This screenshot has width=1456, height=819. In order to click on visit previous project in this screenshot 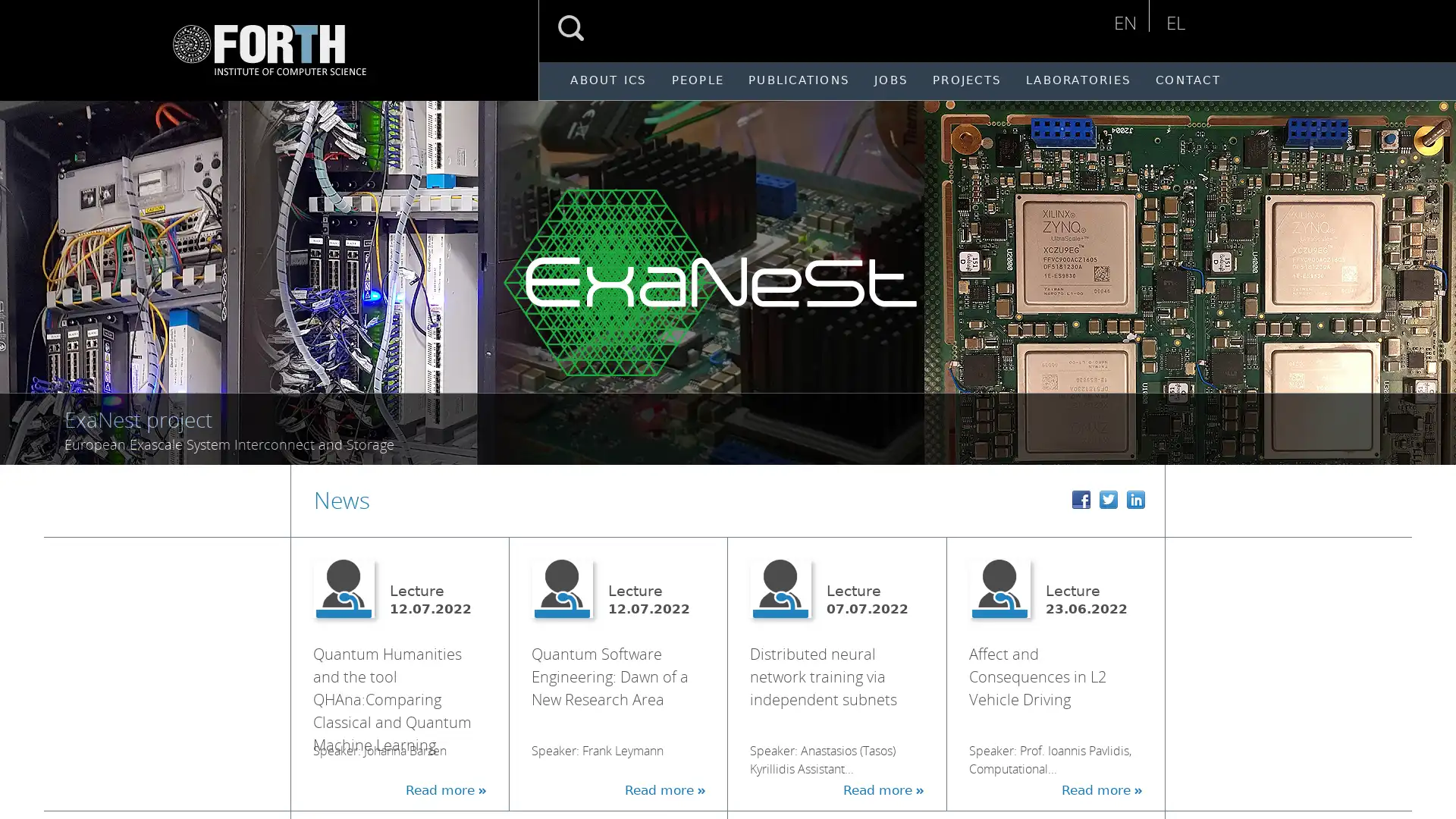, I will do `click(29, 274)`.